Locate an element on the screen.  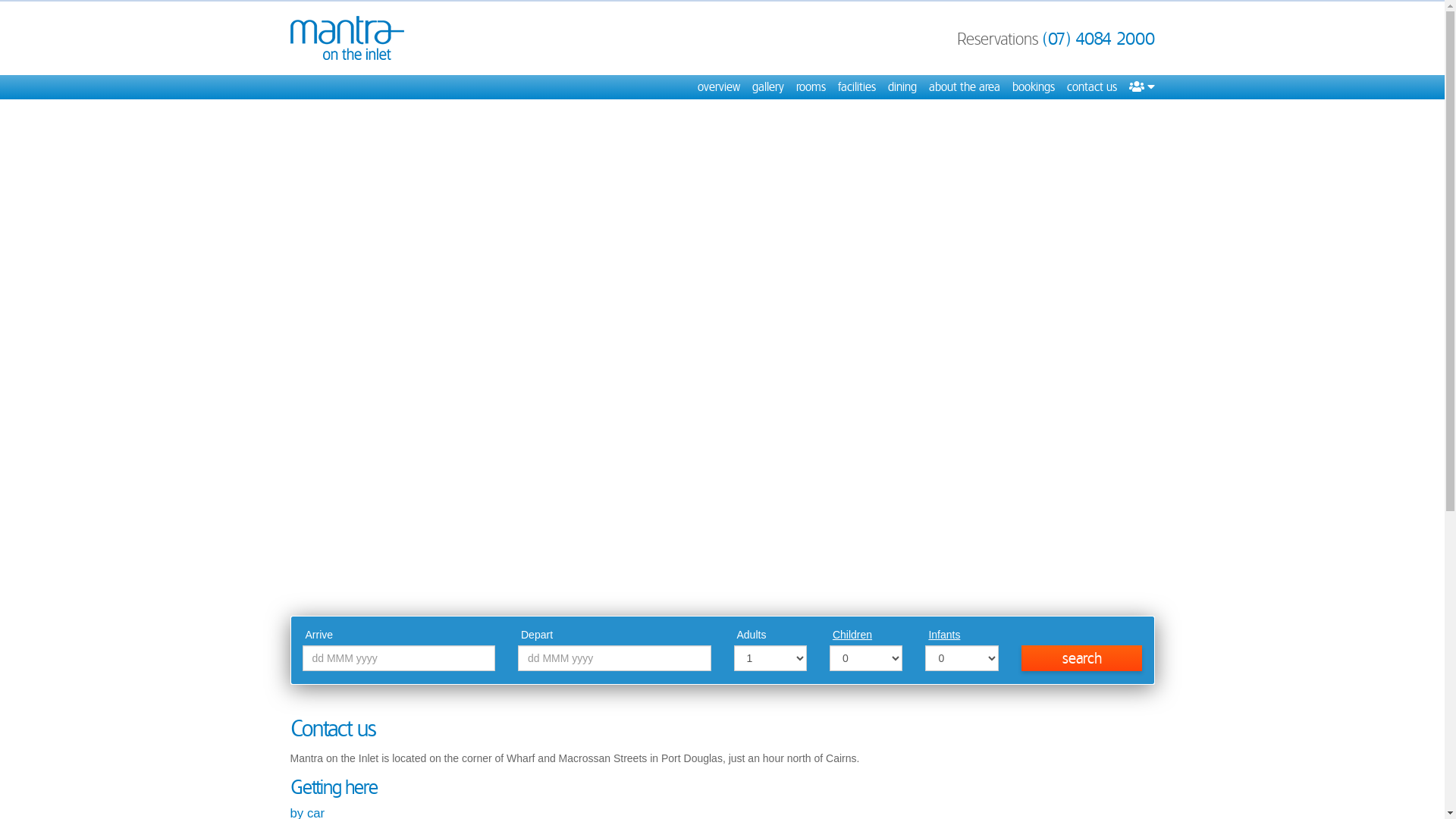
'gallery' is located at coordinates (767, 87).